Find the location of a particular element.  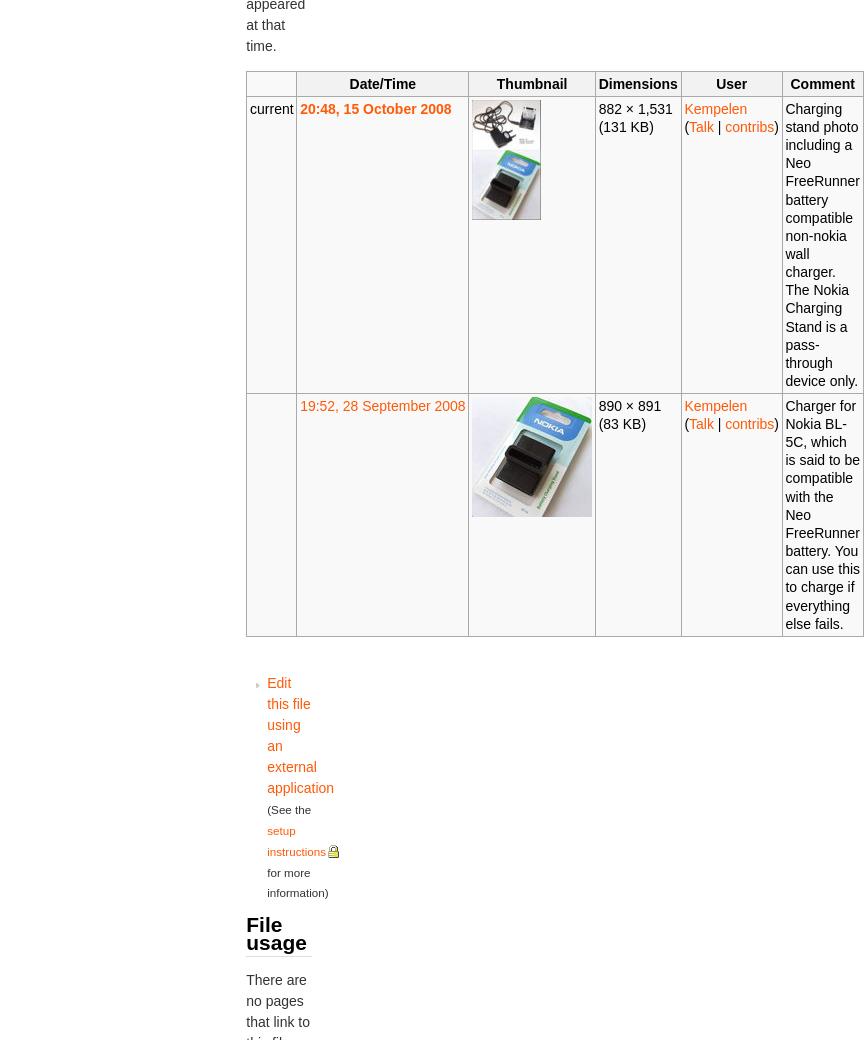

'Charging stand photo including a Neo FreeRunner battery compatible non-nokia wall charger. The Nokia Charging Stand is a pass-through device only.' is located at coordinates (821, 244).